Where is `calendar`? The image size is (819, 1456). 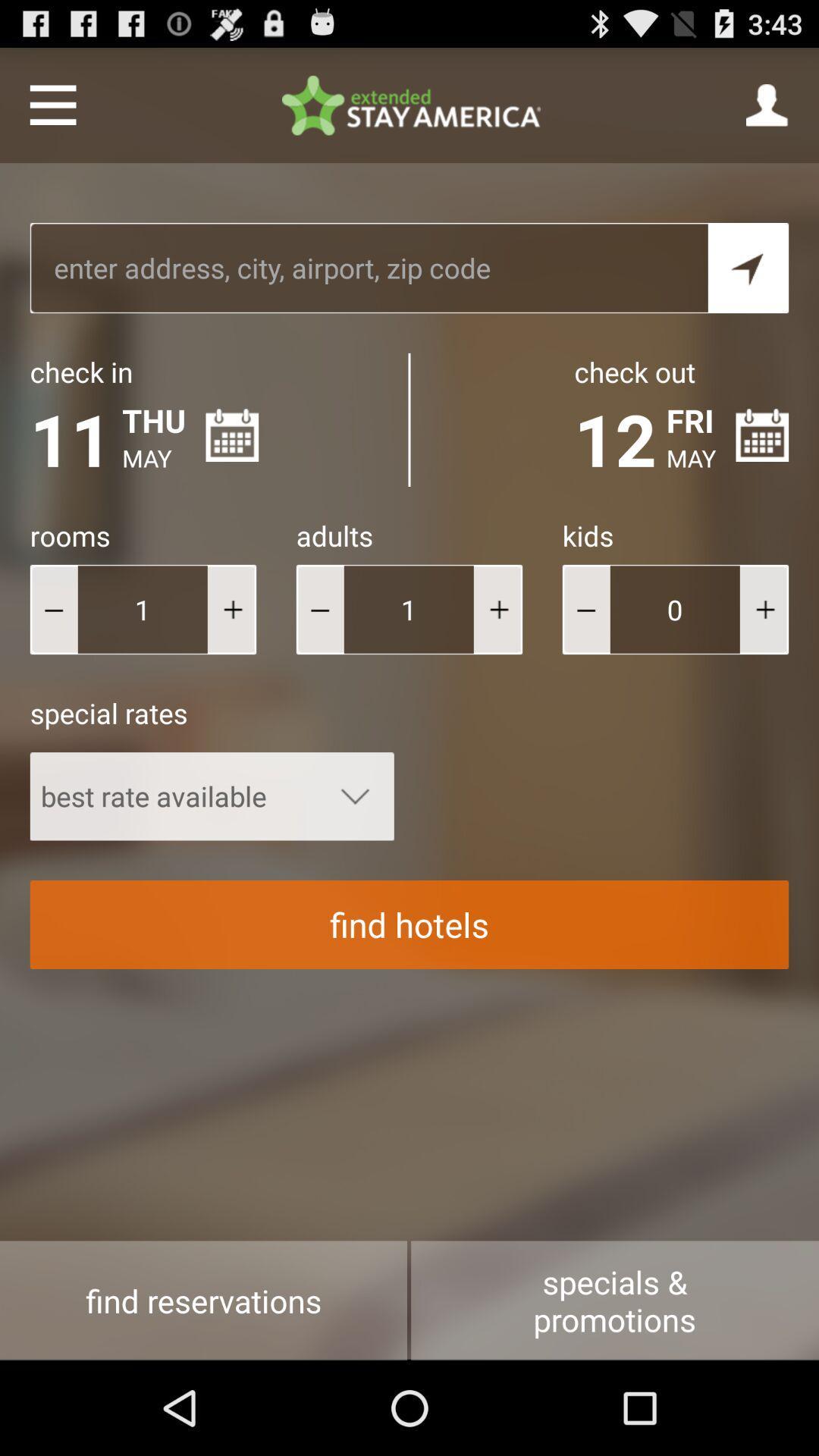
calendar is located at coordinates (232, 435).